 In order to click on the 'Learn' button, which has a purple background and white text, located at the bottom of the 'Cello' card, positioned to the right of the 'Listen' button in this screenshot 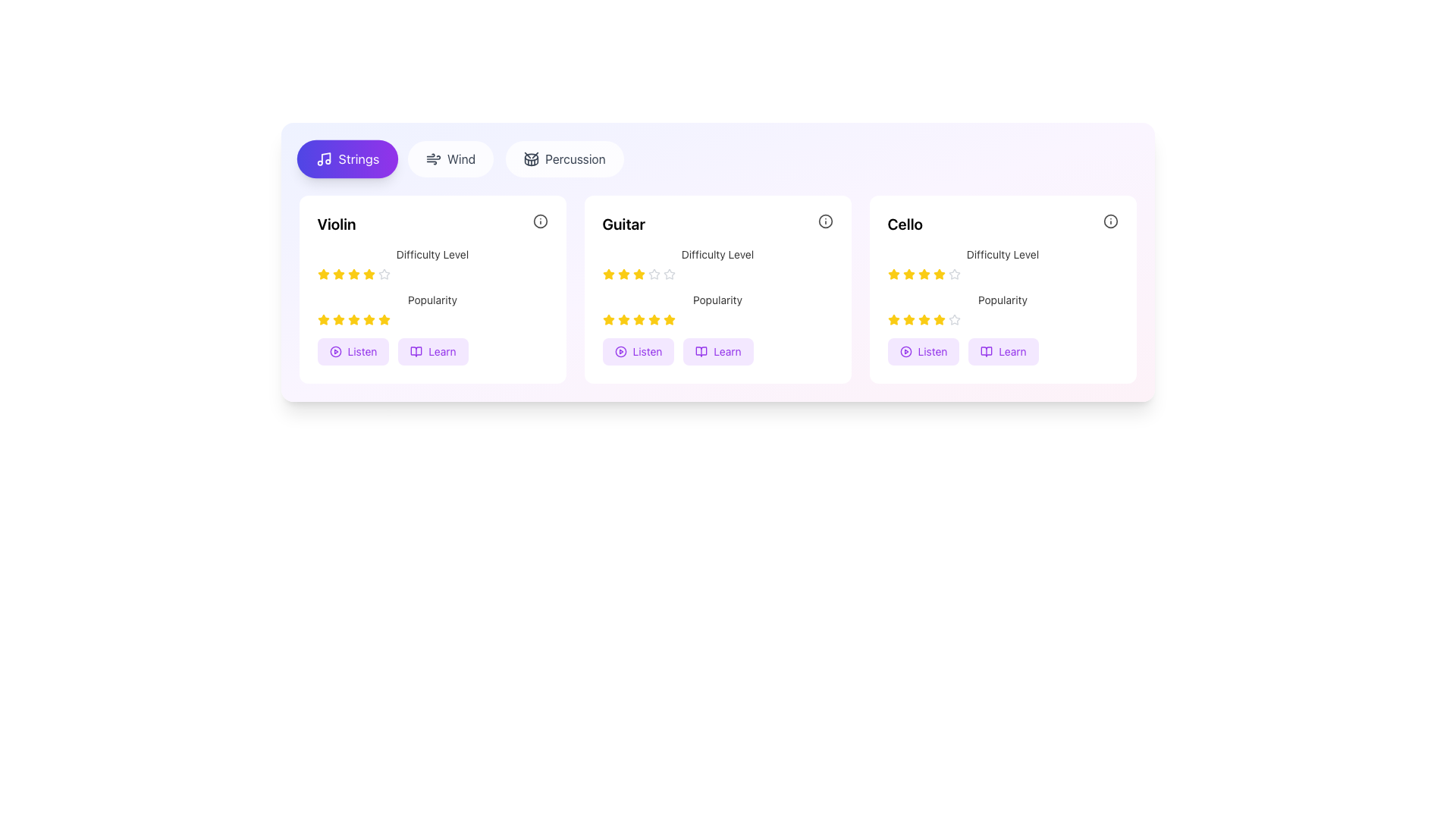, I will do `click(1003, 351)`.